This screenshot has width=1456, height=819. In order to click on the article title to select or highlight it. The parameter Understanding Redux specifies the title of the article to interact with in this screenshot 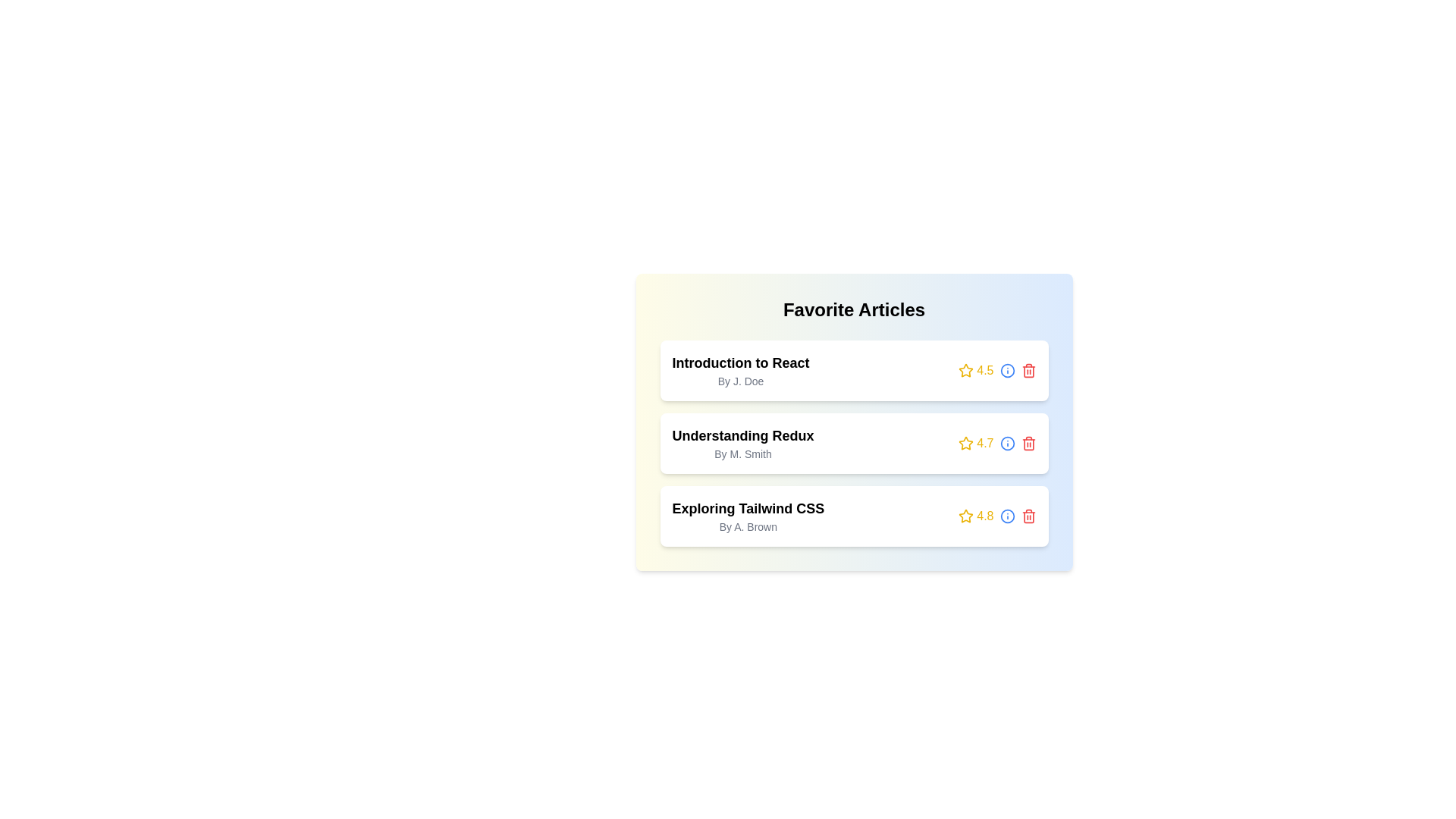, I will do `click(742, 435)`.